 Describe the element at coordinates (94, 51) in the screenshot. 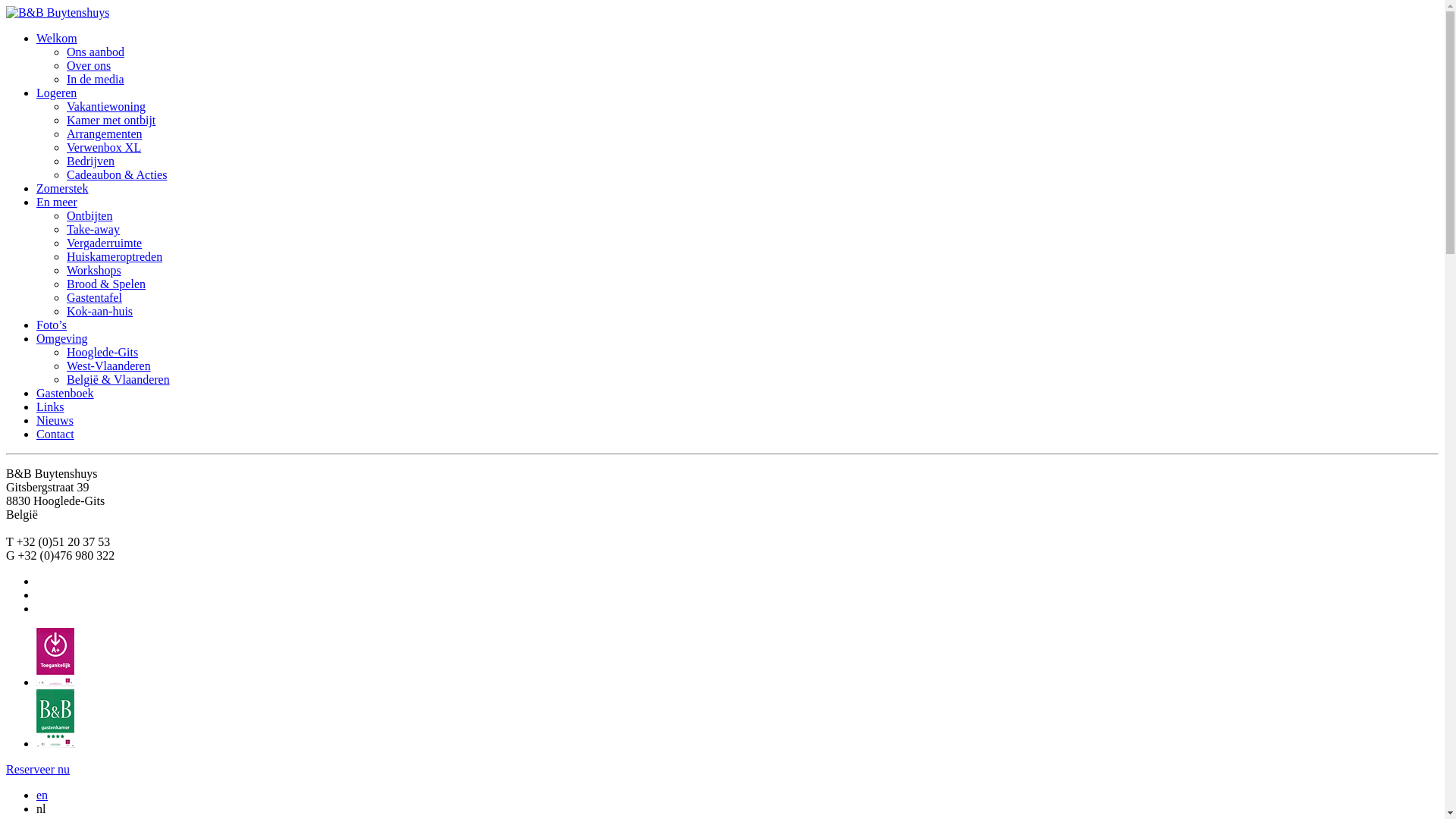

I see `'Ons aanbod'` at that location.